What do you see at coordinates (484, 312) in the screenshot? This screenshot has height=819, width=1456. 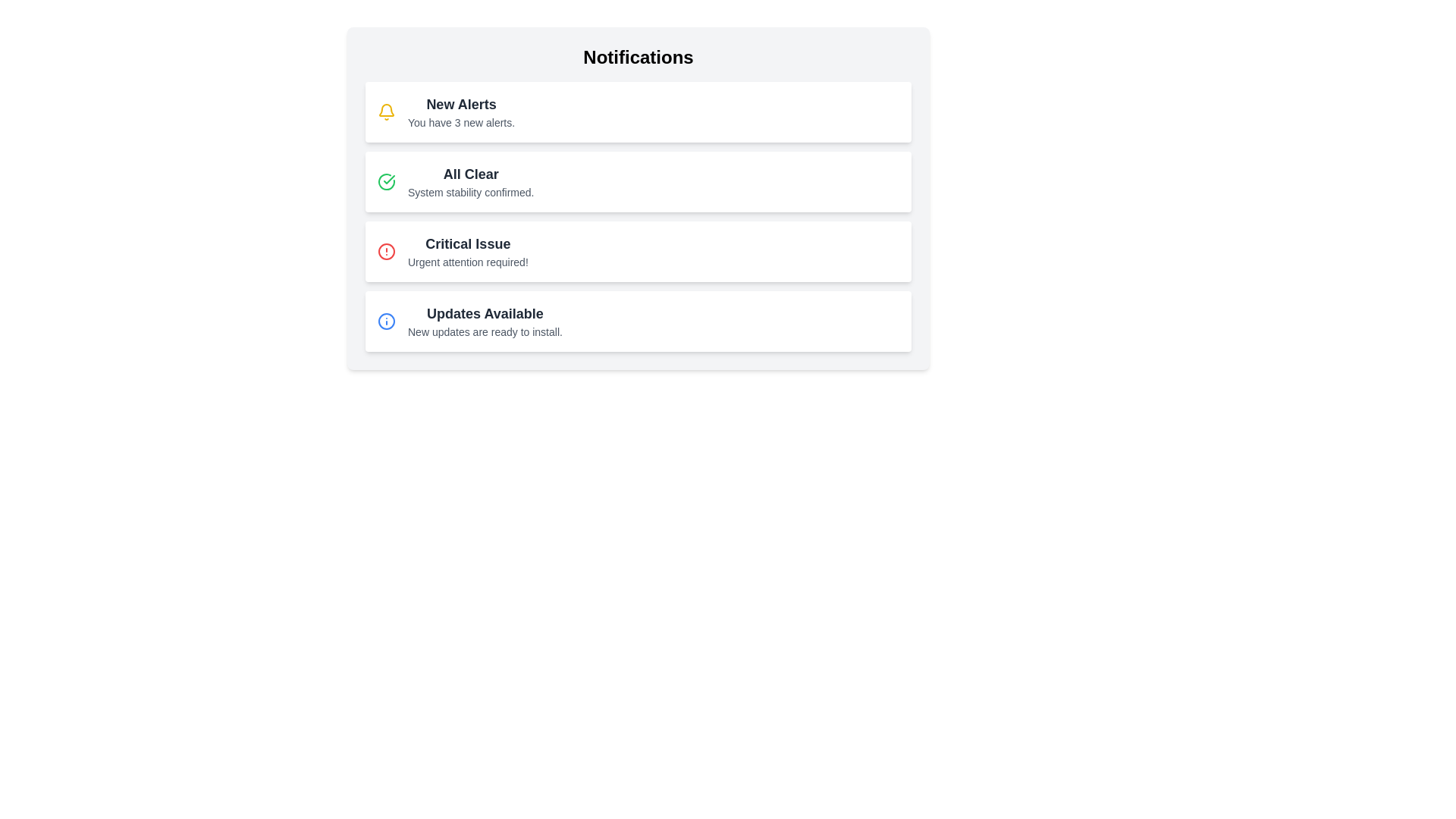 I see `the bold text label that says 'Updates Available', which is prominently displayed in the first line of the fourth notification card` at bounding box center [484, 312].